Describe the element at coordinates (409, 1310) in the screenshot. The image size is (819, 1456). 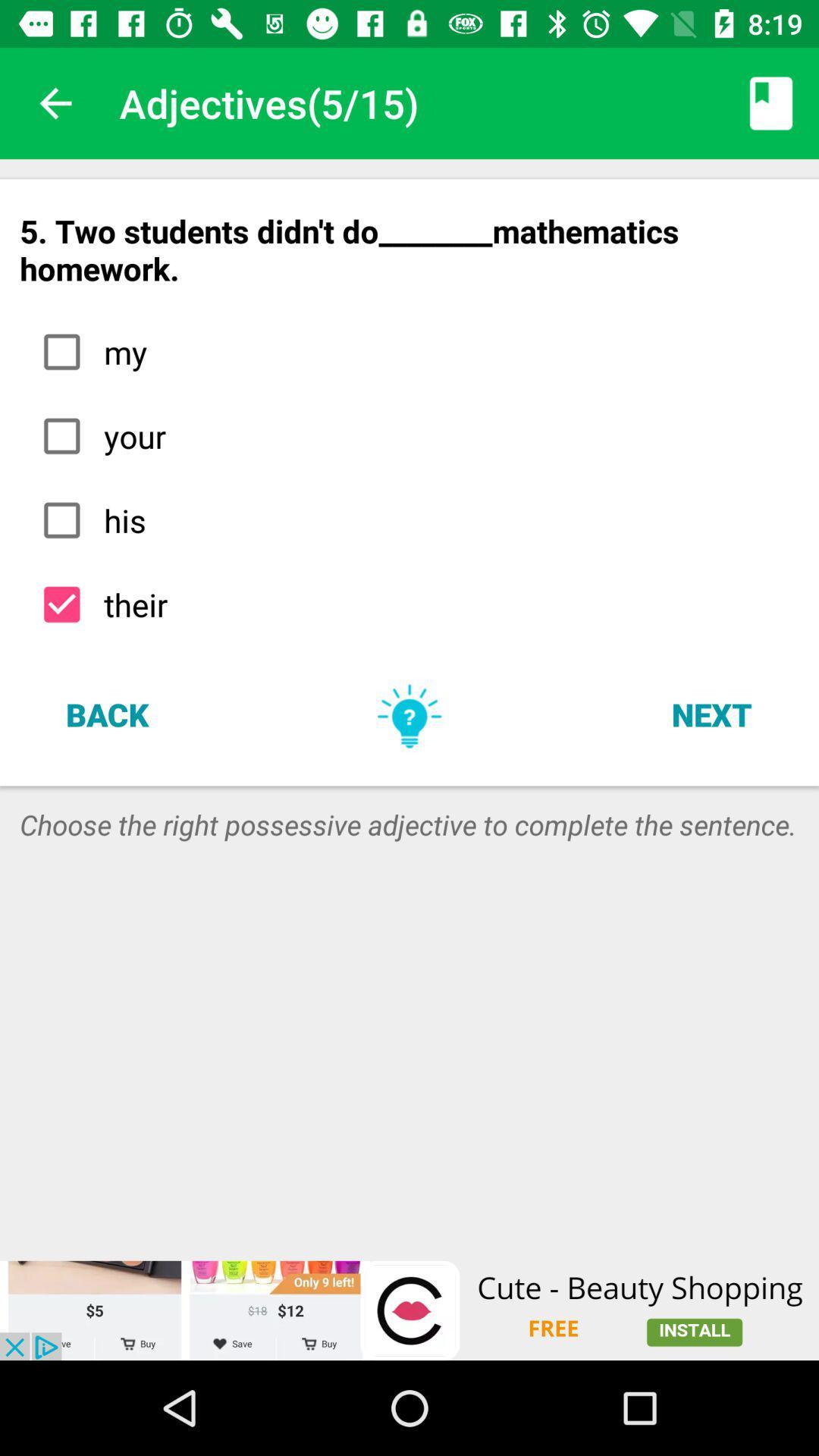
I see `advertisement page` at that location.